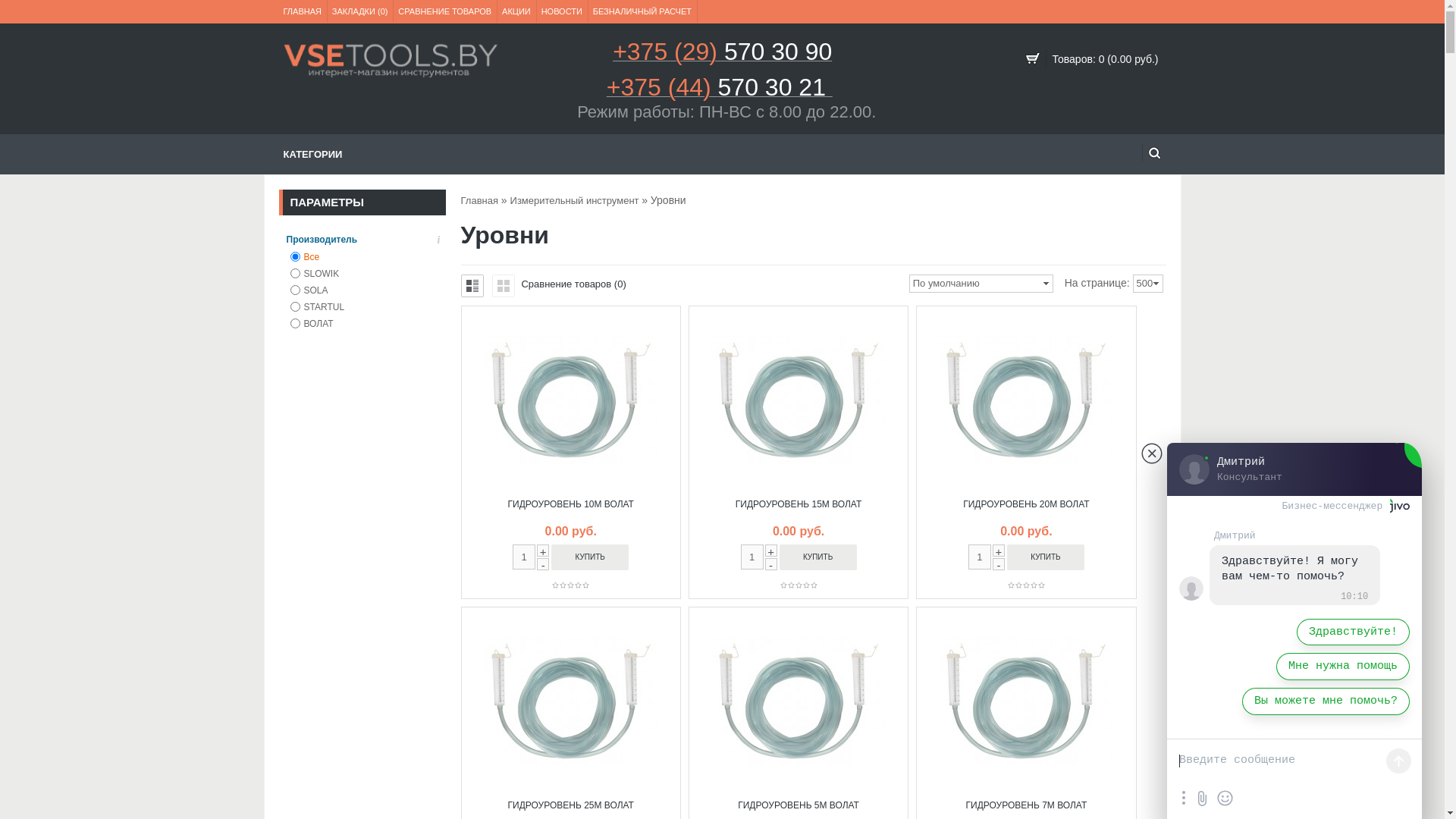 Image resolution: width=1456 pixels, height=819 pixels. I want to click on '+375 (44) 570 30 21 ', so click(607, 92).